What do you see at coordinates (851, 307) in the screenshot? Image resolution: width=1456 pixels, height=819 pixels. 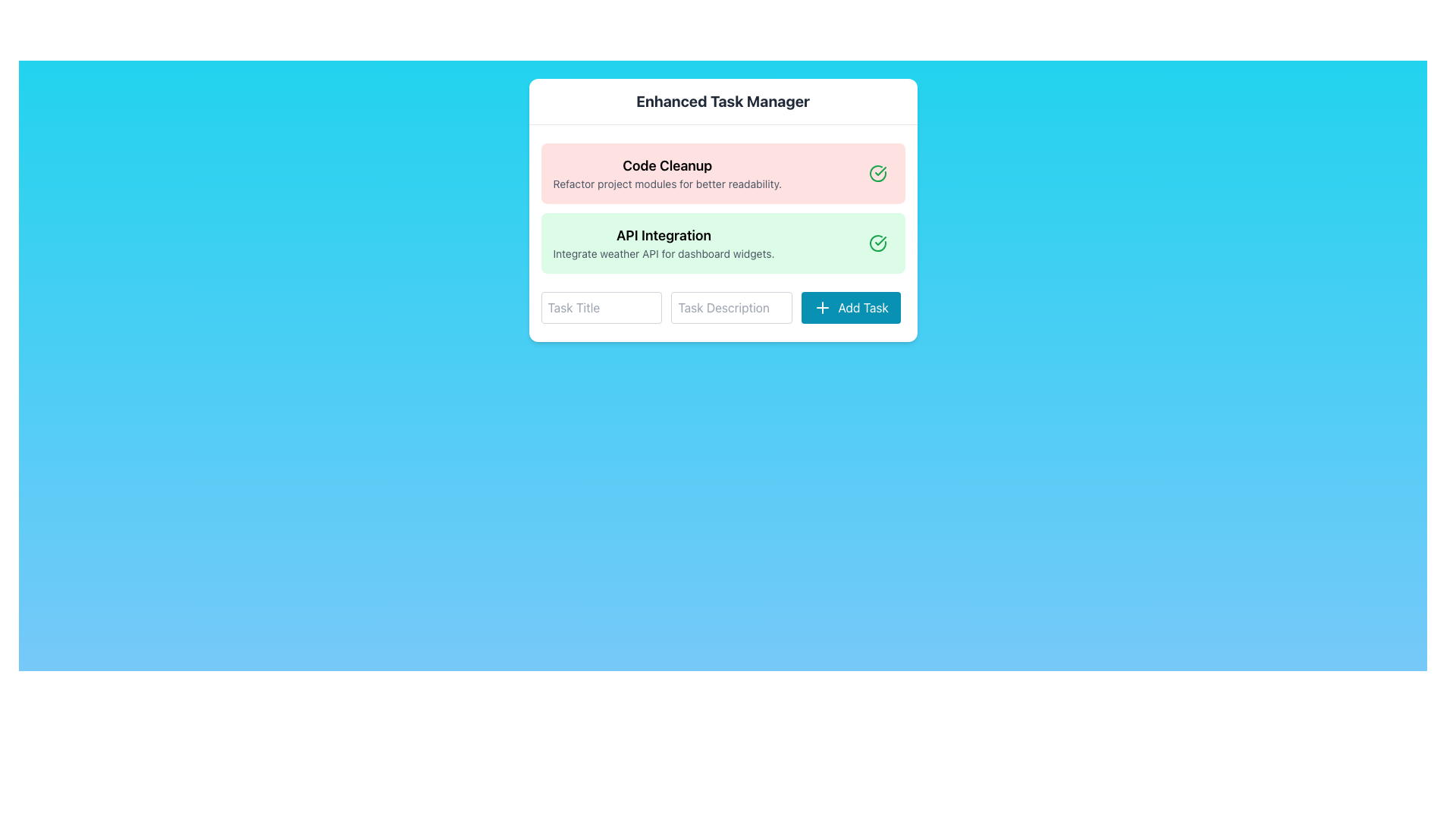 I see `the 'Add Task' button located at the bottom of the centered panel, to the right of the 'Task Description' input field` at bounding box center [851, 307].